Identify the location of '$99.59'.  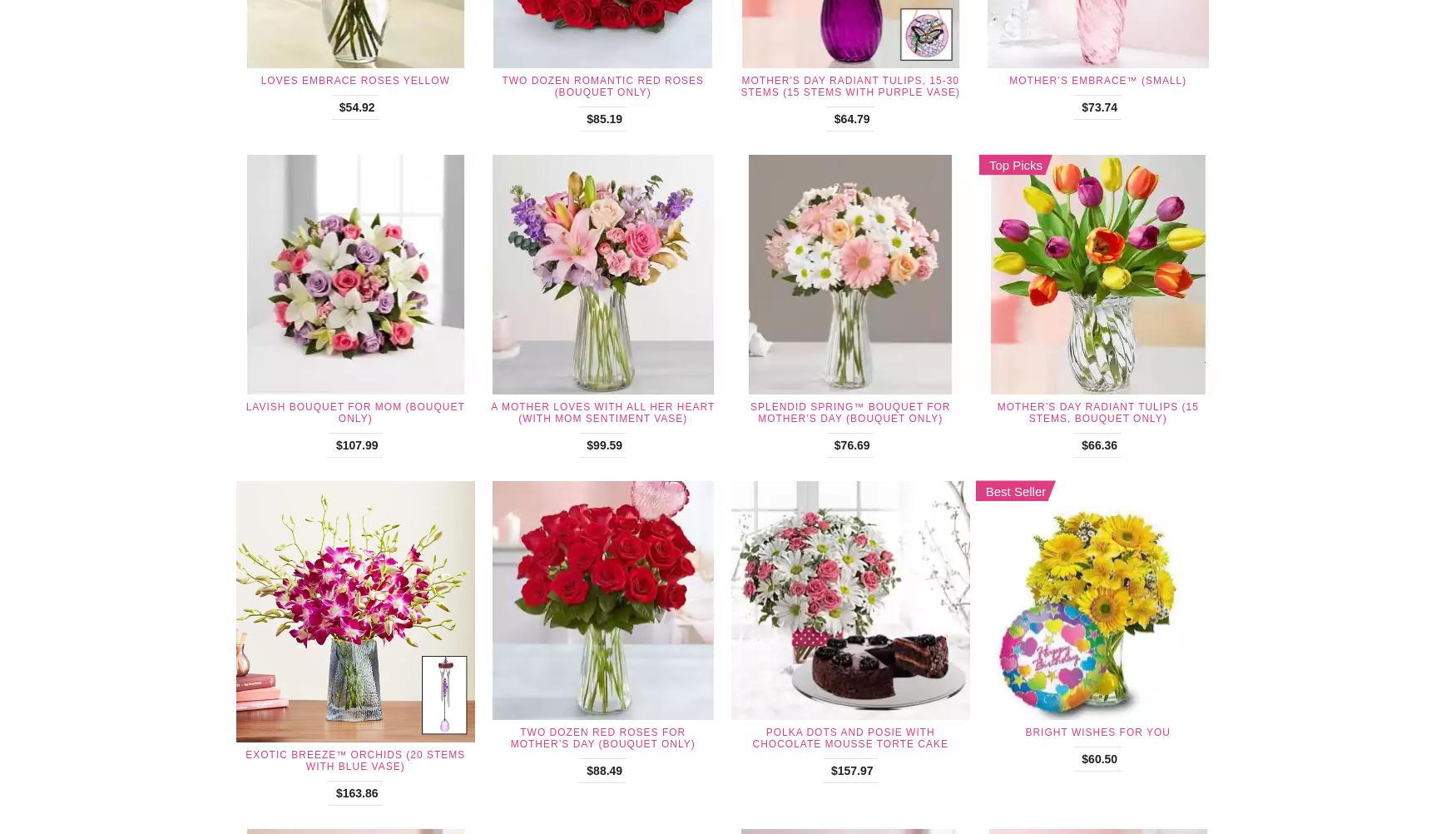
(604, 444).